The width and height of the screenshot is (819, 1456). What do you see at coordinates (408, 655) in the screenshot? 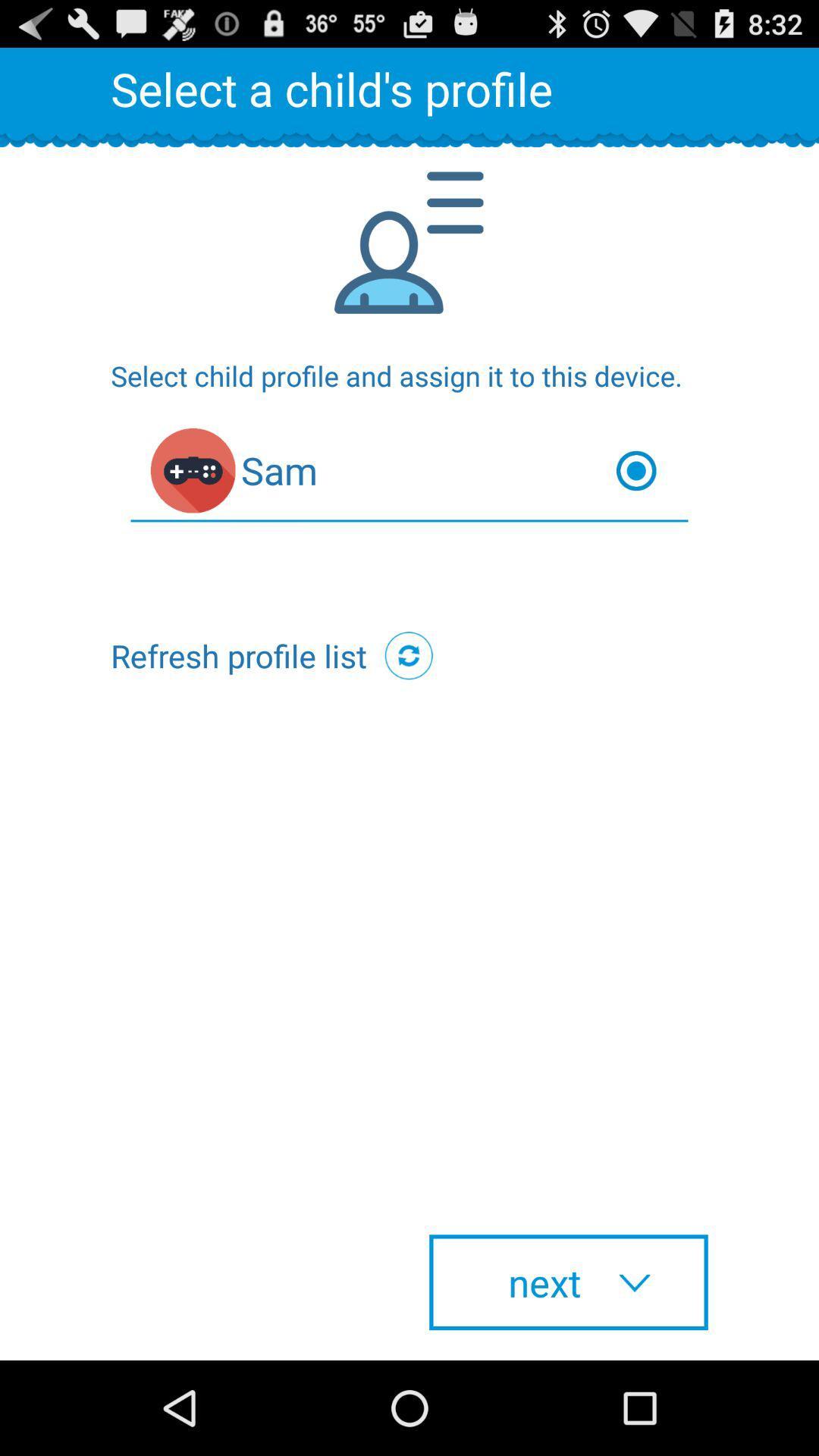
I see `app to the right of the refresh profile list item` at bounding box center [408, 655].